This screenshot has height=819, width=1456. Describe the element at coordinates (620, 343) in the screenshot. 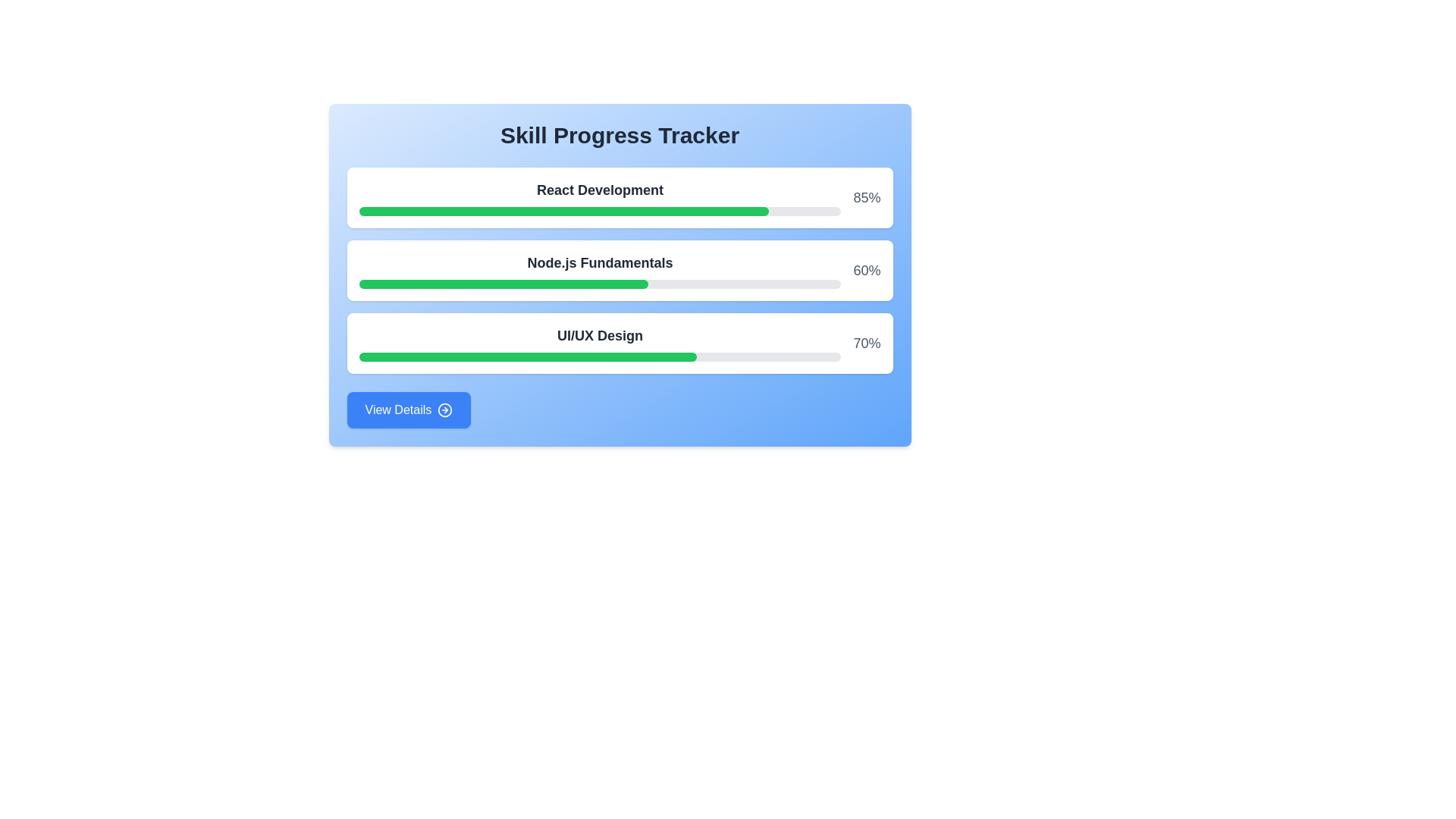

I see `the displayed information on the Progress Tracker Card for the 'UI/UX Design' skill, which is the third card in a vertical list of progress trackers` at that location.